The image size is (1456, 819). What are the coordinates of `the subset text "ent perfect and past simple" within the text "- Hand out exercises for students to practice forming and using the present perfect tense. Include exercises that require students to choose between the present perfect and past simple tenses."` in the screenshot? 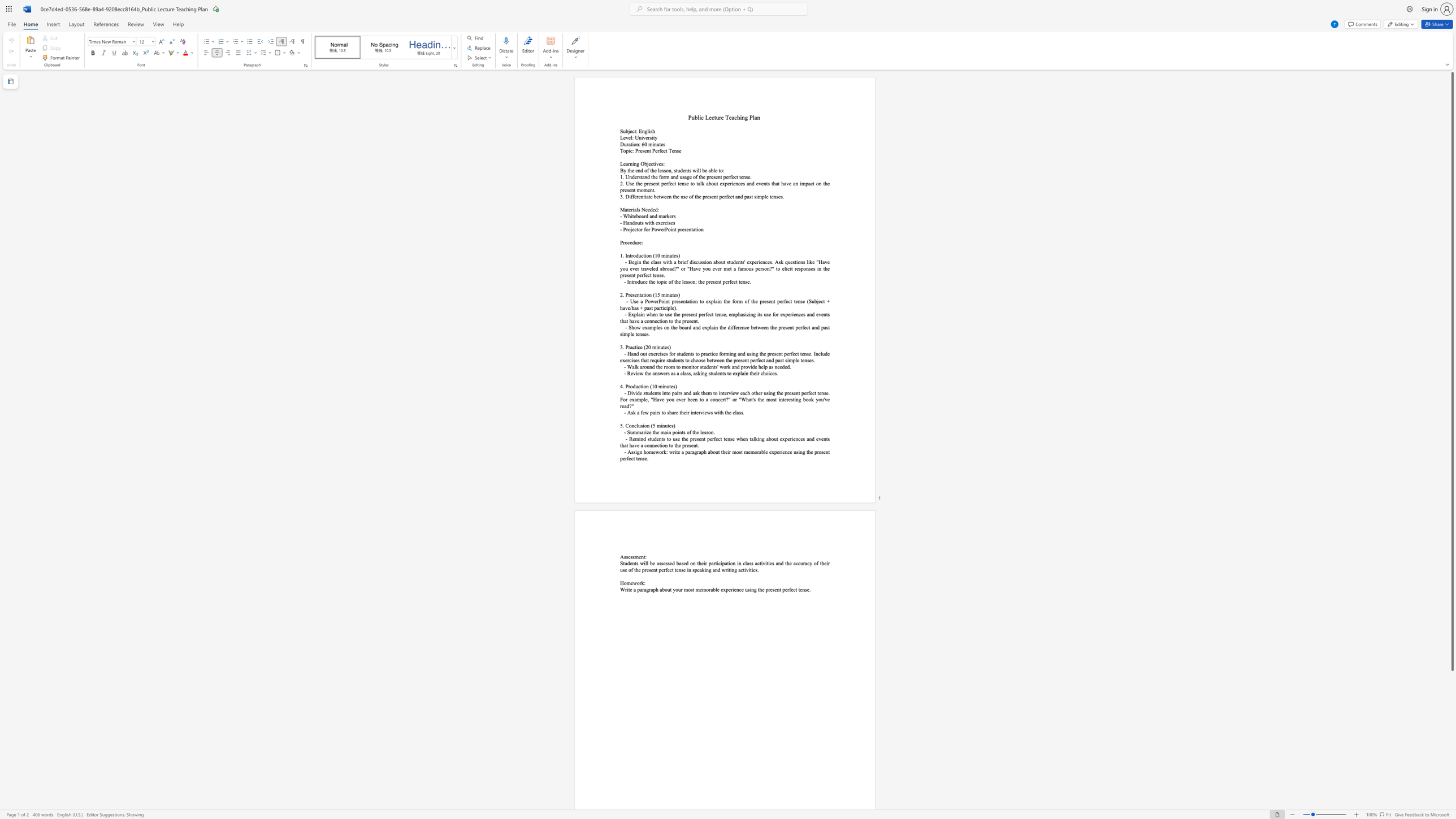 It's located at (742, 359).